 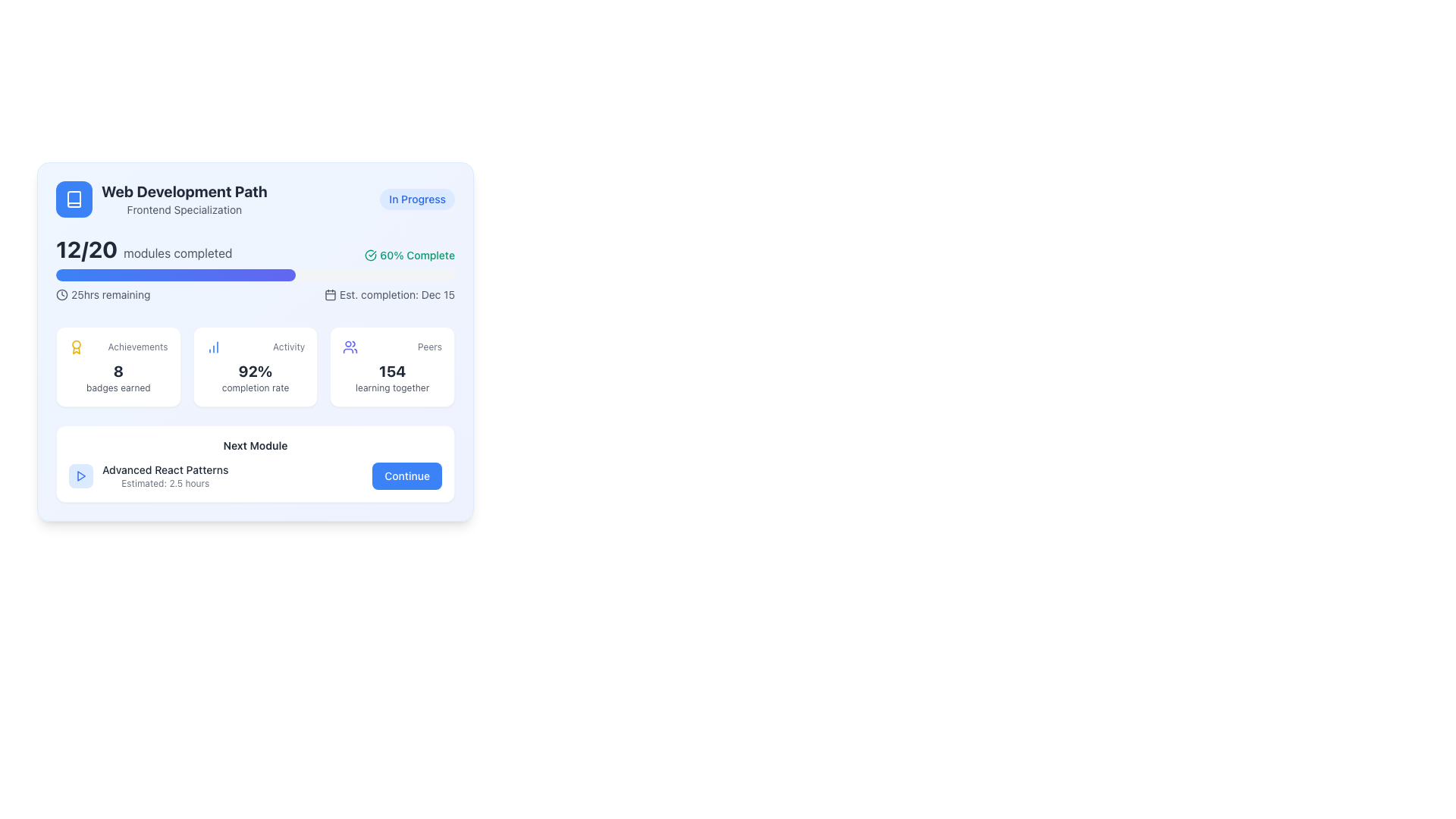 What do you see at coordinates (177, 253) in the screenshot?
I see `the static text label displaying 'modules completed', which is positioned immediately to the right of the progress fraction '12/20'` at bounding box center [177, 253].